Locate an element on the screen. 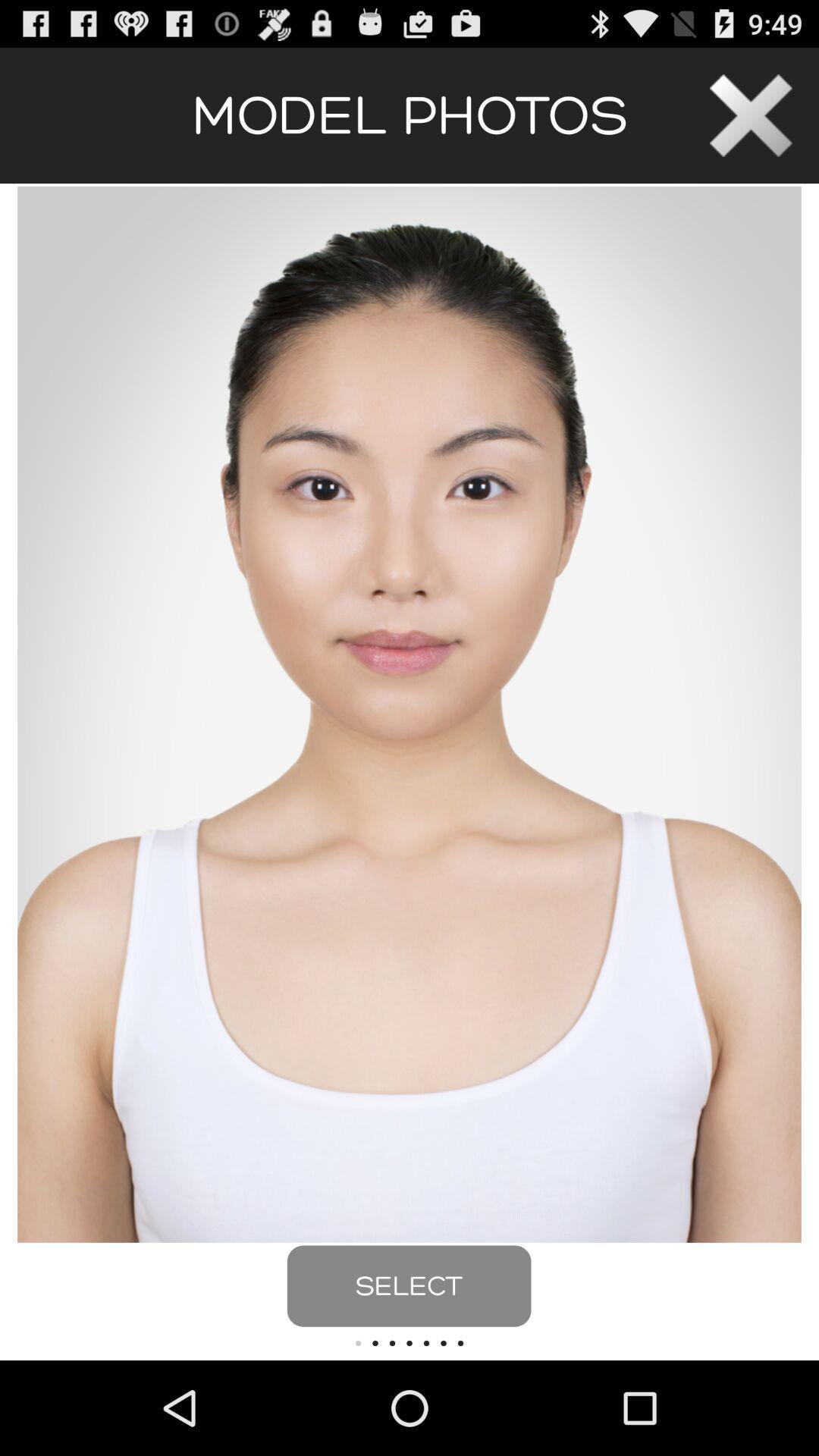  mark is located at coordinates (751, 115).